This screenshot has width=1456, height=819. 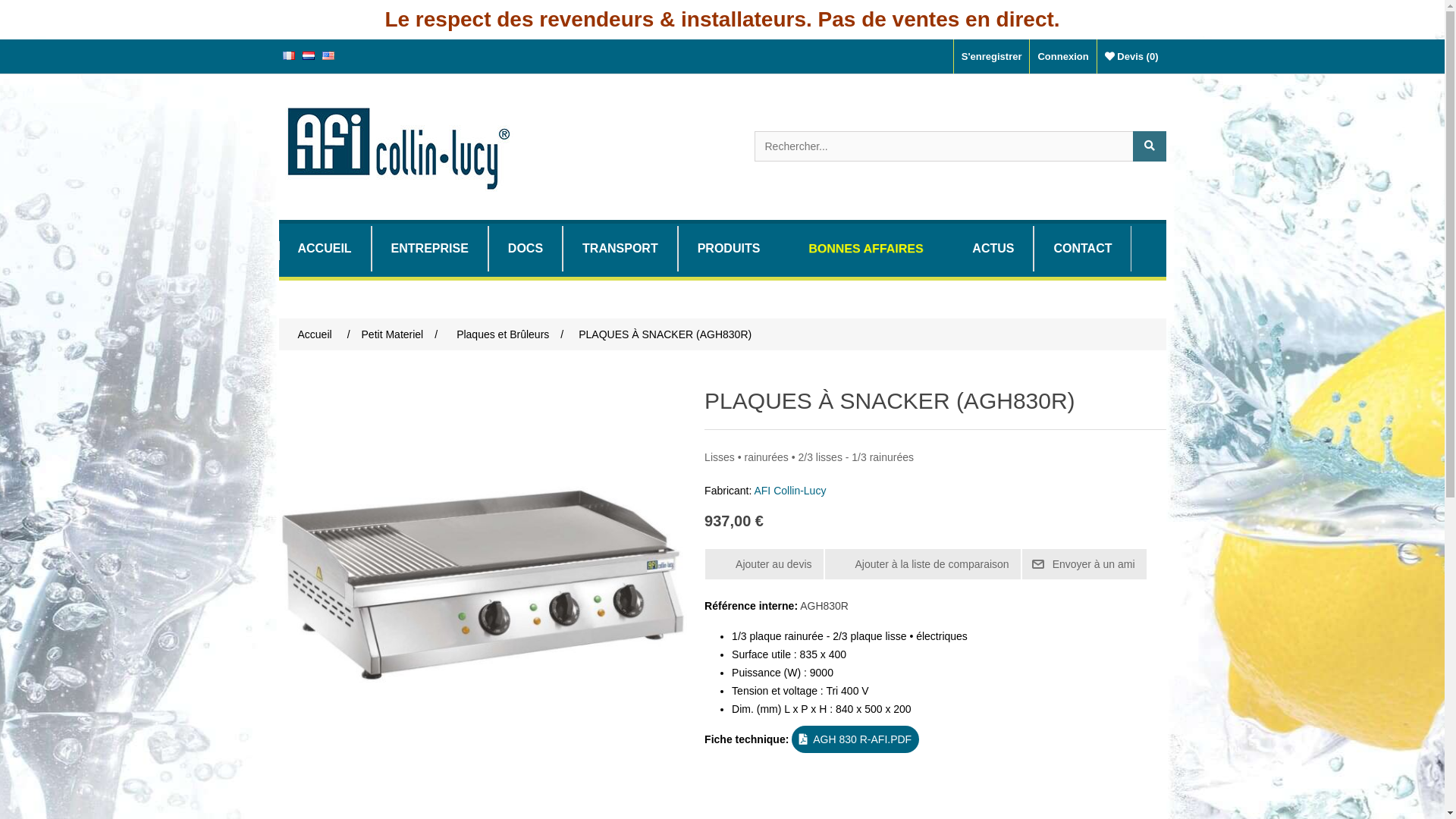 What do you see at coordinates (324, 247) in the screenshot?
I see `'ACCUEIL'` at bounding box center [324, 247].